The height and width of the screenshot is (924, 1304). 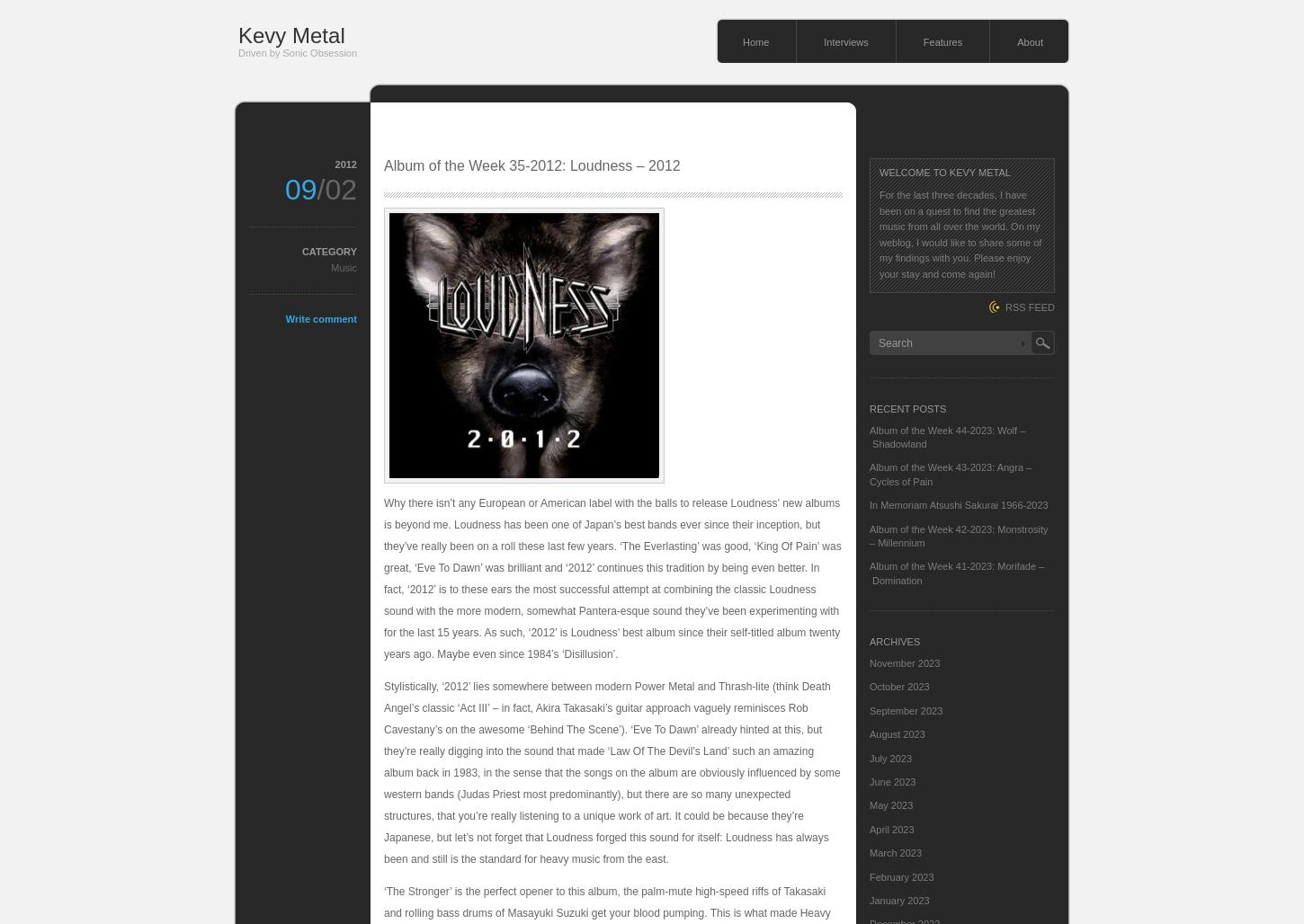 What do you see at coordinates (907, 406) in the screenshot?
I see `'Recent Posts'` at bounding box center [907, 406].